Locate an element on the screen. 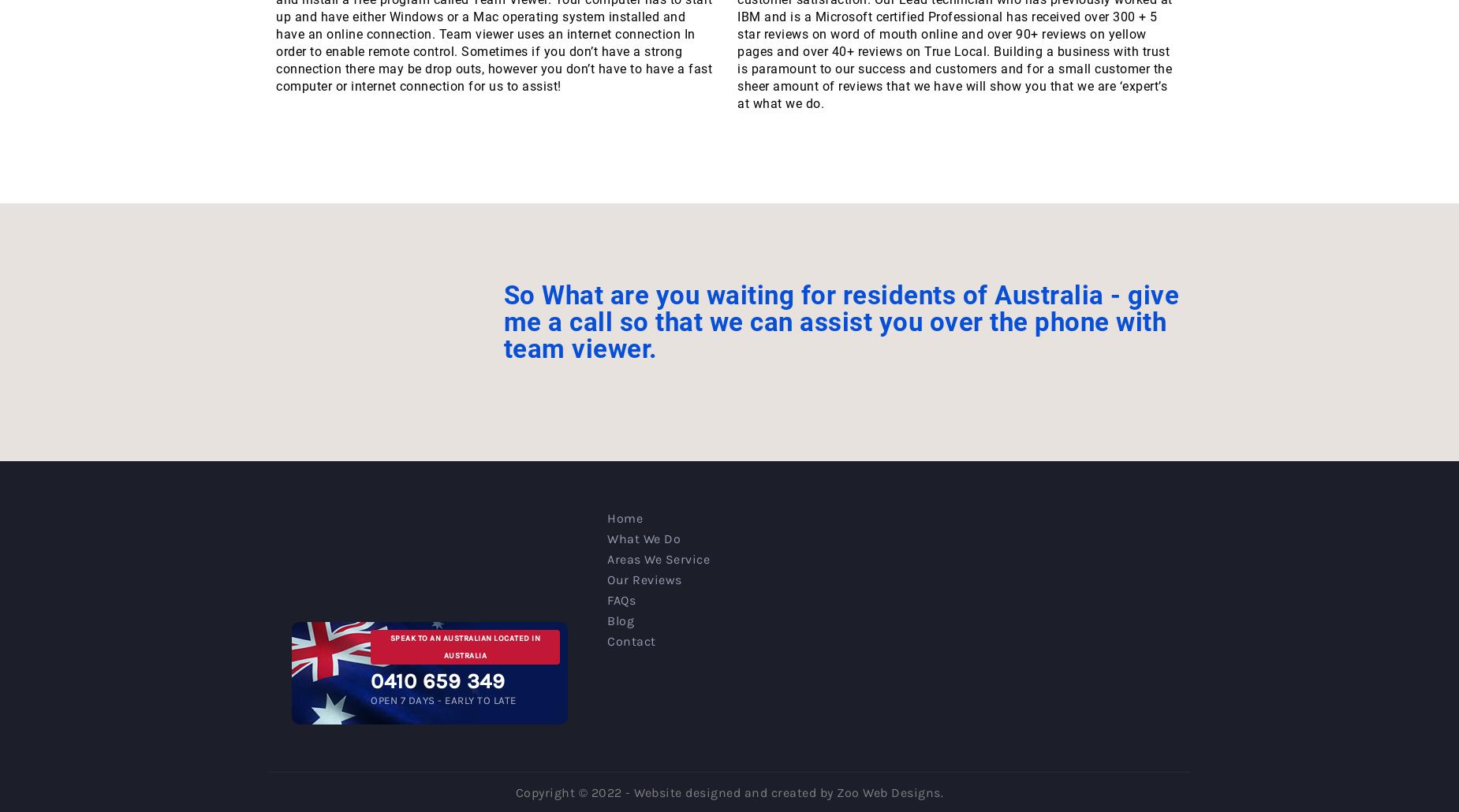  '29, June 2018' is located at coordinates (410, 10).